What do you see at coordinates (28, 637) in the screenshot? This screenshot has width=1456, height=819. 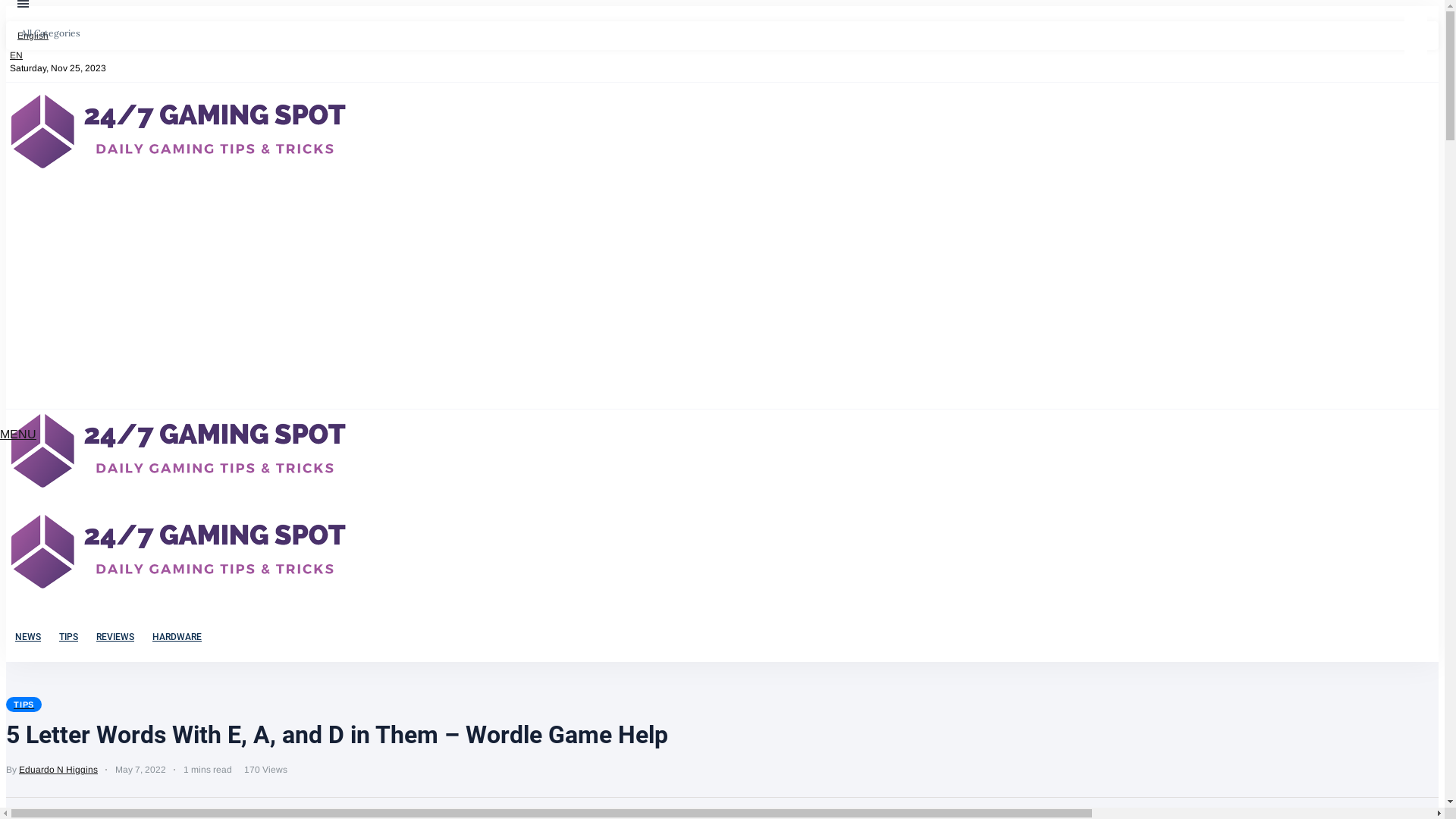 I see `'NEWS'` at bounding box center [28, 637].